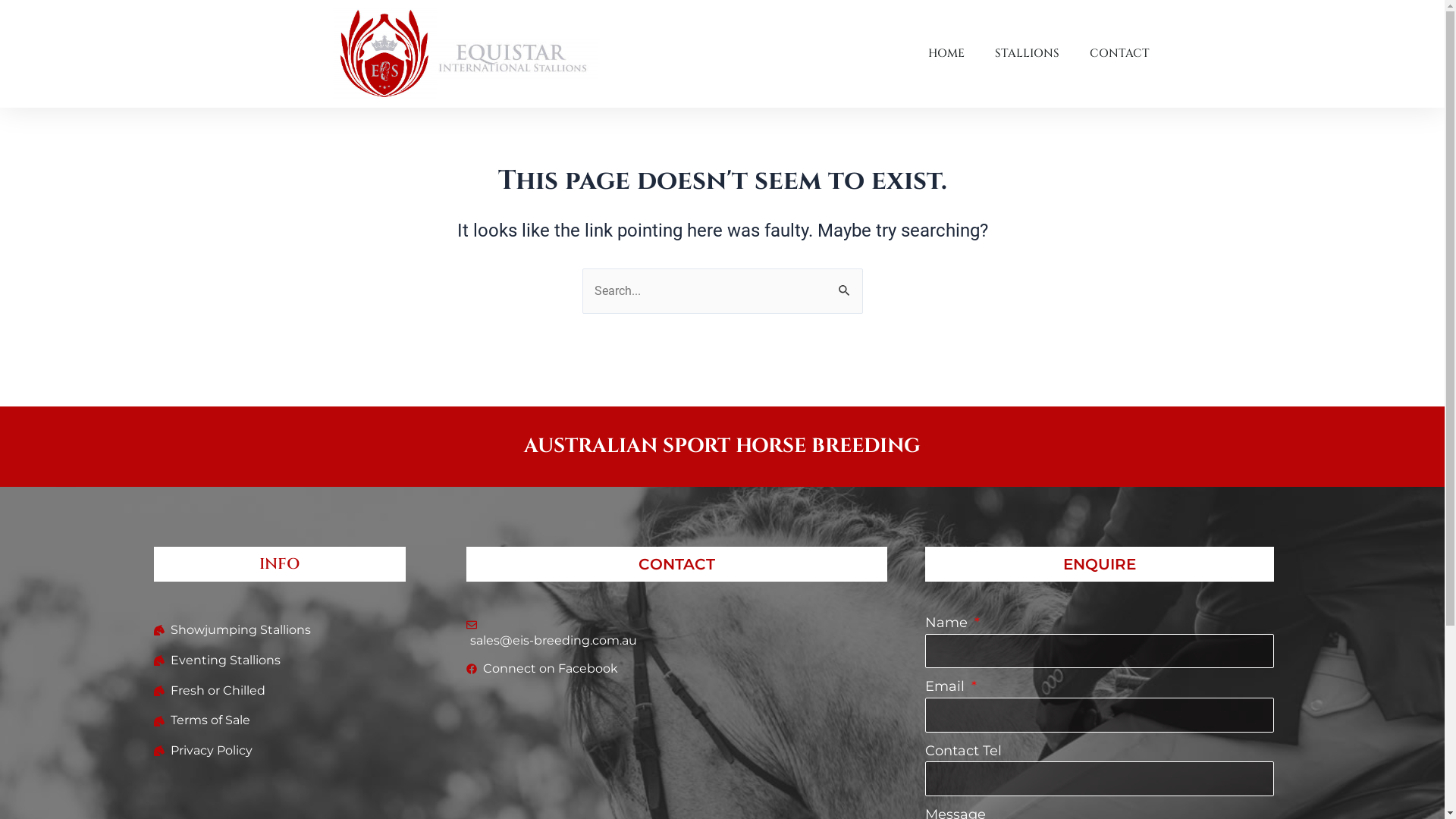  Describe the element at coordinates (946, 52) in the screenshot. I see `'HOME'` at that location.